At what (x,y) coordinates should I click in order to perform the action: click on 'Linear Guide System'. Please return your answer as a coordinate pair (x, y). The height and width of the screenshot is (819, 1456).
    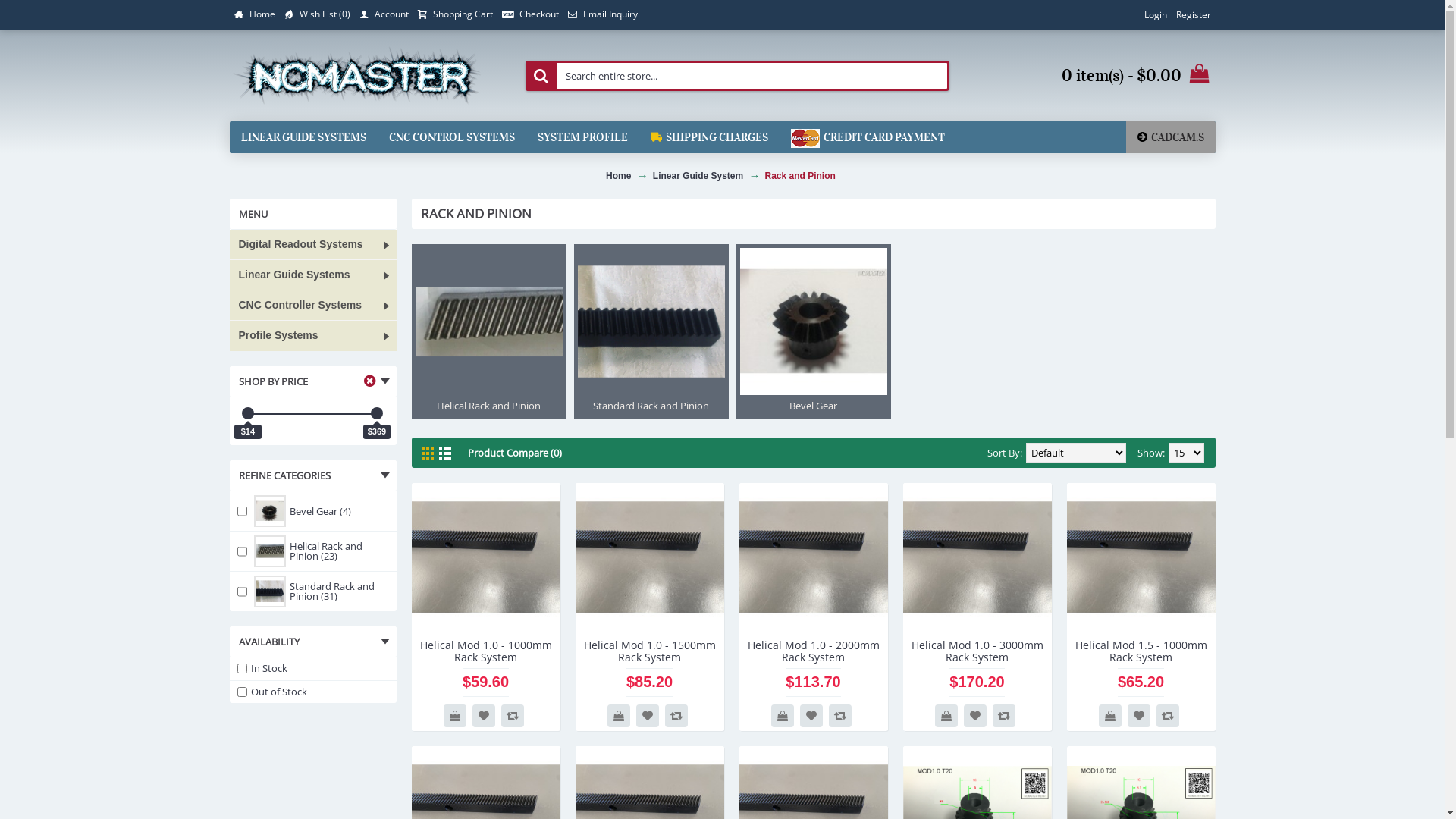
    Looking at the image, I should click on (697, 174).